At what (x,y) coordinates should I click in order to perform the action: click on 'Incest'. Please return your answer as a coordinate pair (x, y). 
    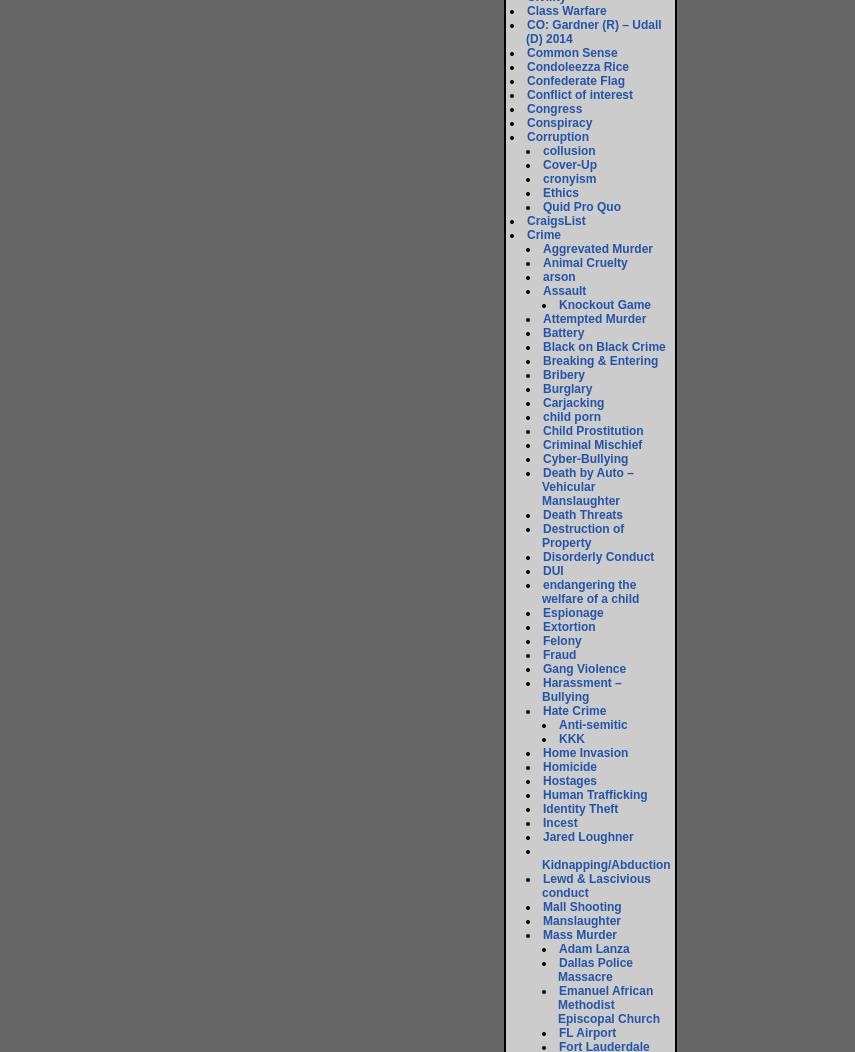
    Looking at the image, I should click on (559, 822).